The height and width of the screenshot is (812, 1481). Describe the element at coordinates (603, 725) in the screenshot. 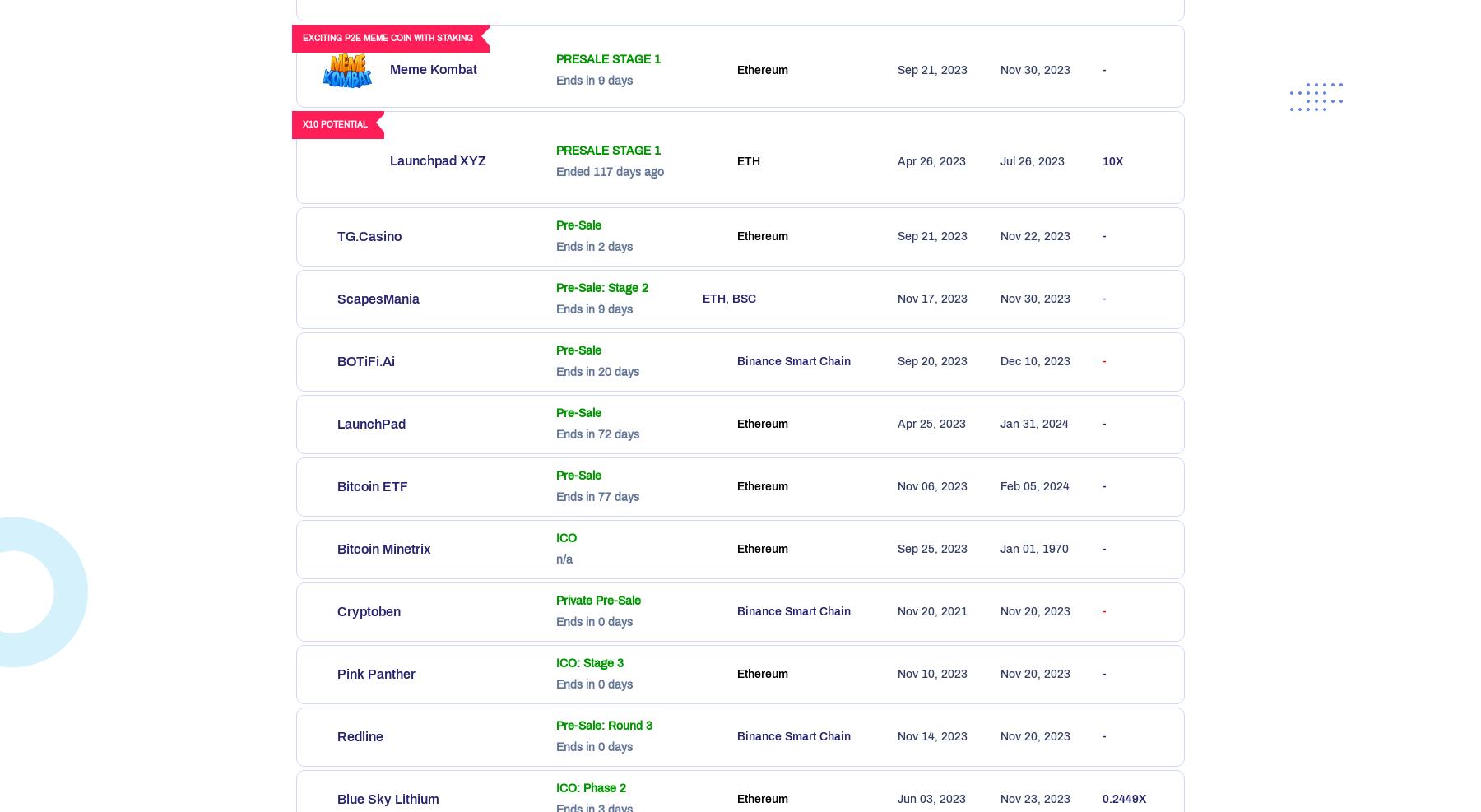

I see `'Pre-Sale: Round 3'` at that location.